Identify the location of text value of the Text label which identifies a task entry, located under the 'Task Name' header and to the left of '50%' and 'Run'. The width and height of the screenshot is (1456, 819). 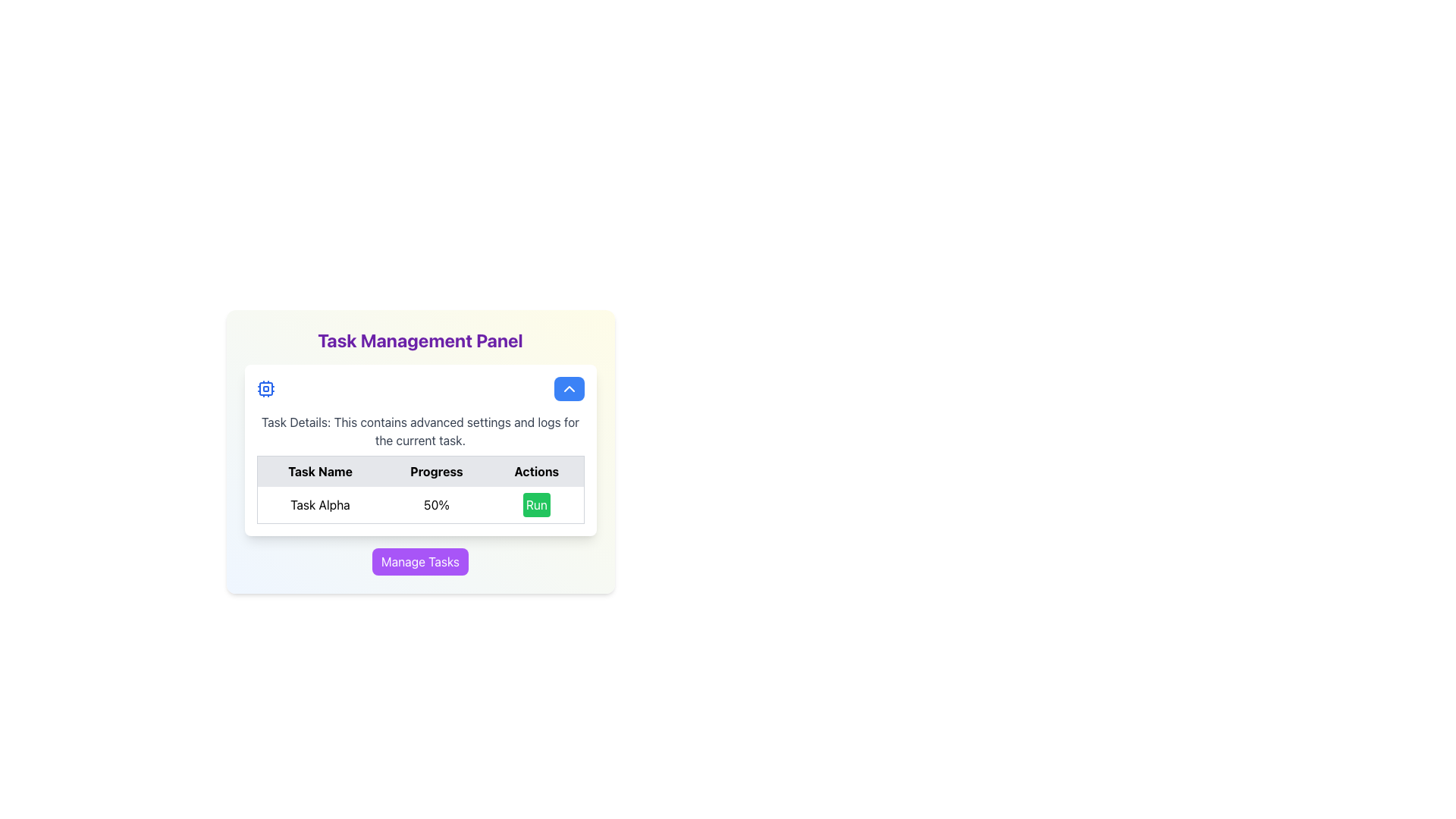
(319, 505).